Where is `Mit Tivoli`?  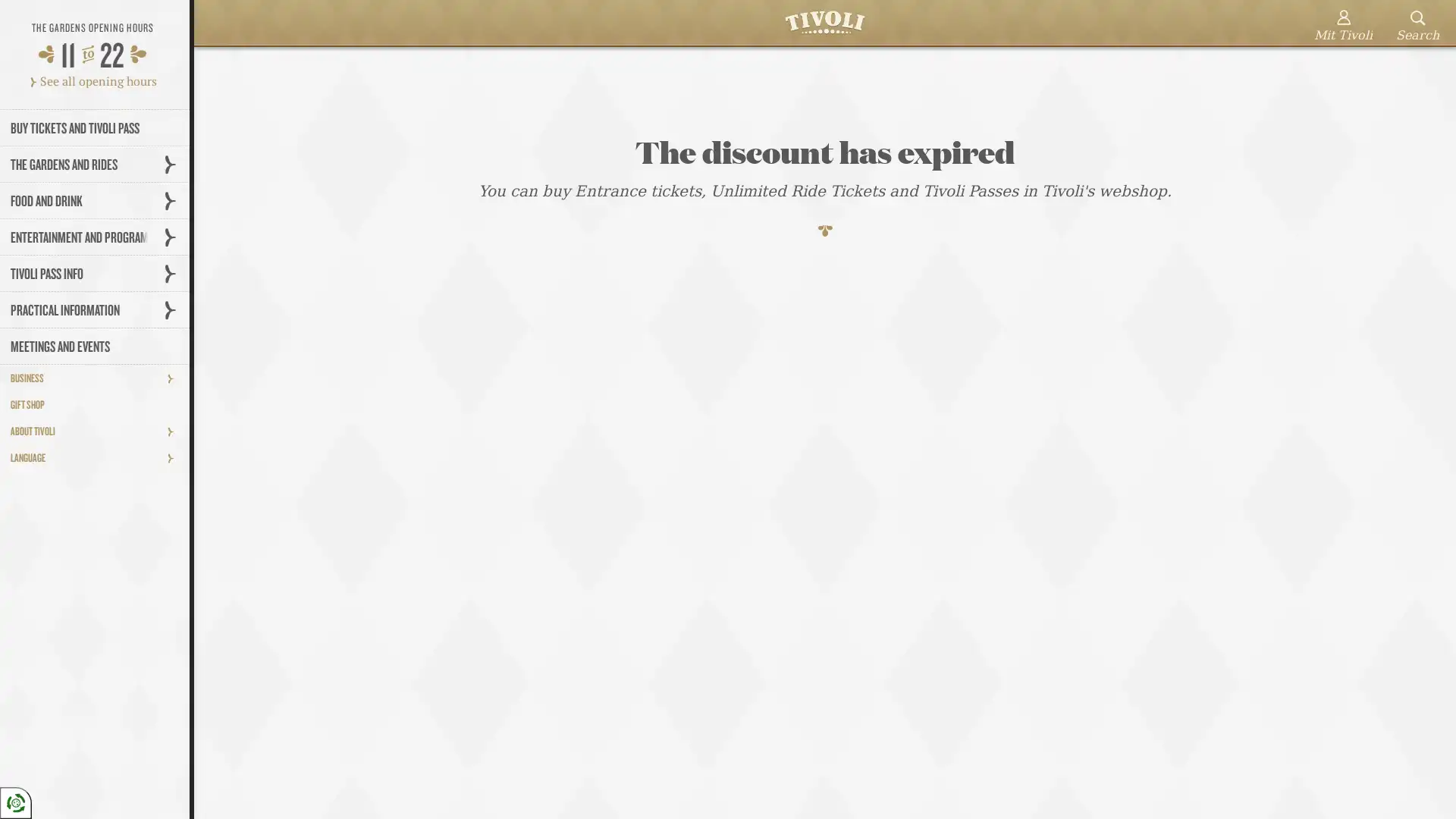 Mit Tivoli is located at coordinates (1343, 27).